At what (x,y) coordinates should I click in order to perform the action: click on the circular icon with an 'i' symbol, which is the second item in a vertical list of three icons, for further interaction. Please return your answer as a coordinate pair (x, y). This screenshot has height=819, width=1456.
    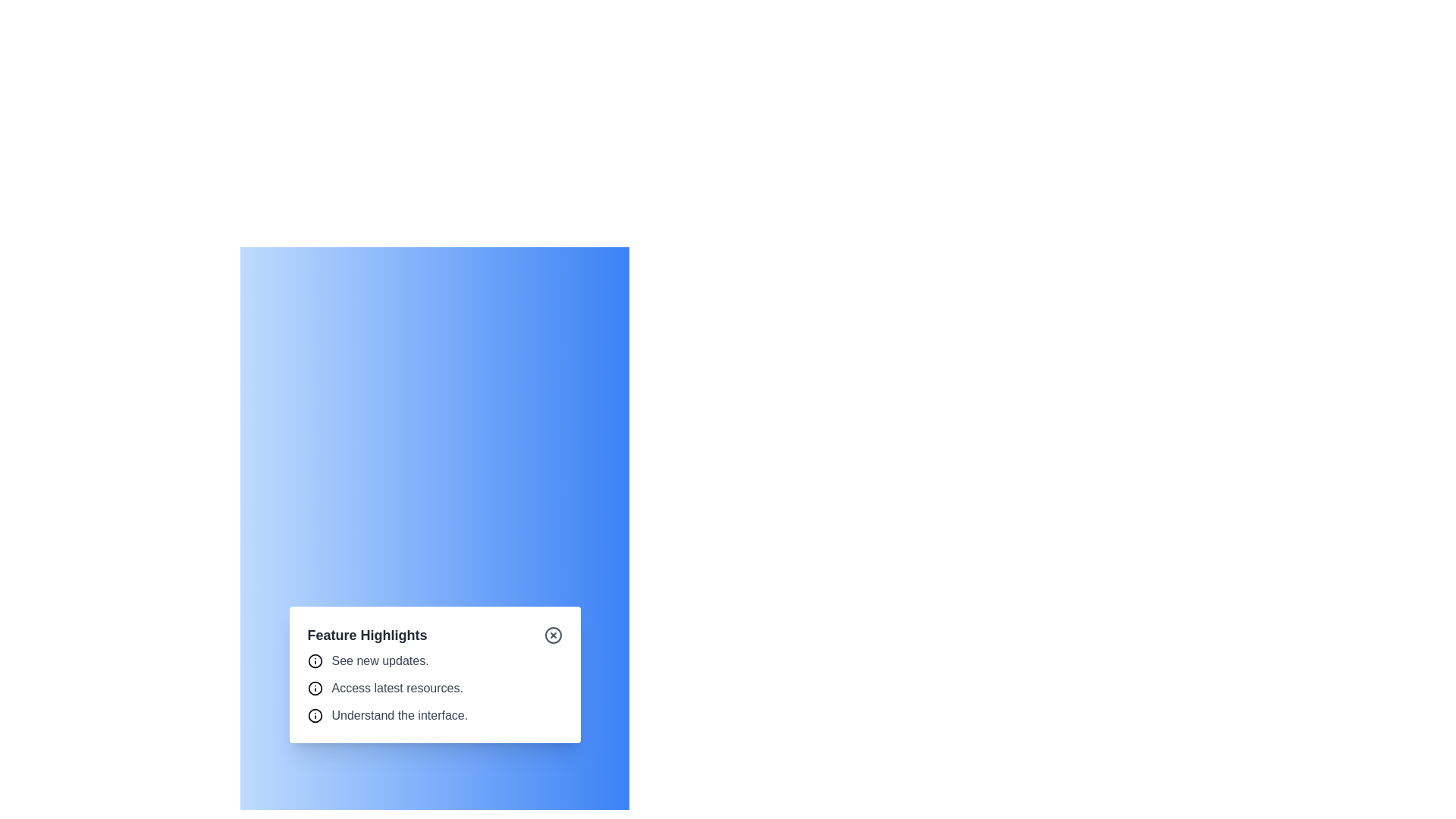
    Looking at the image, I should click on (314, 688).